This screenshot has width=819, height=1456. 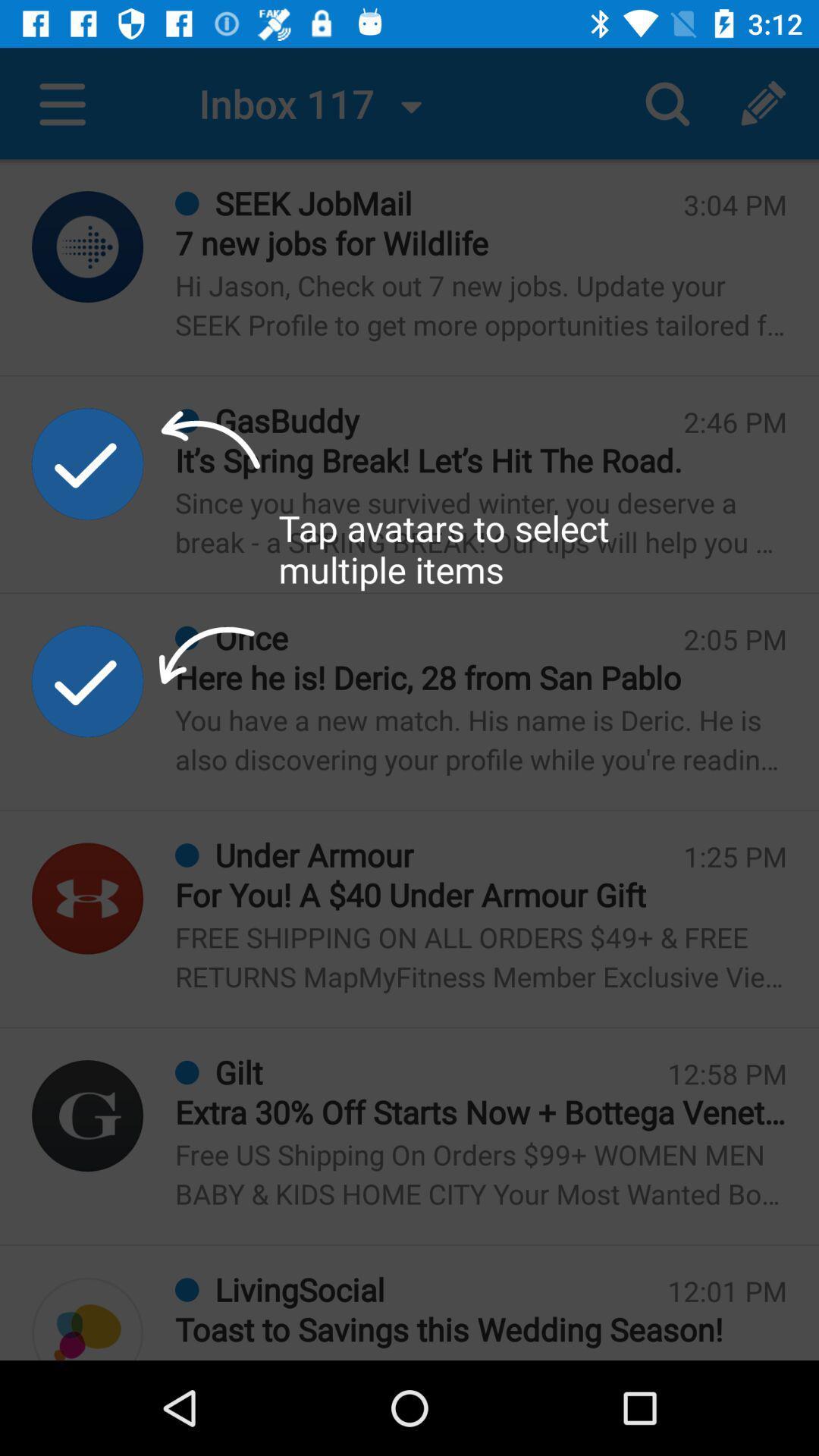 I want to click on tap to select, so click(x=87, y=463).